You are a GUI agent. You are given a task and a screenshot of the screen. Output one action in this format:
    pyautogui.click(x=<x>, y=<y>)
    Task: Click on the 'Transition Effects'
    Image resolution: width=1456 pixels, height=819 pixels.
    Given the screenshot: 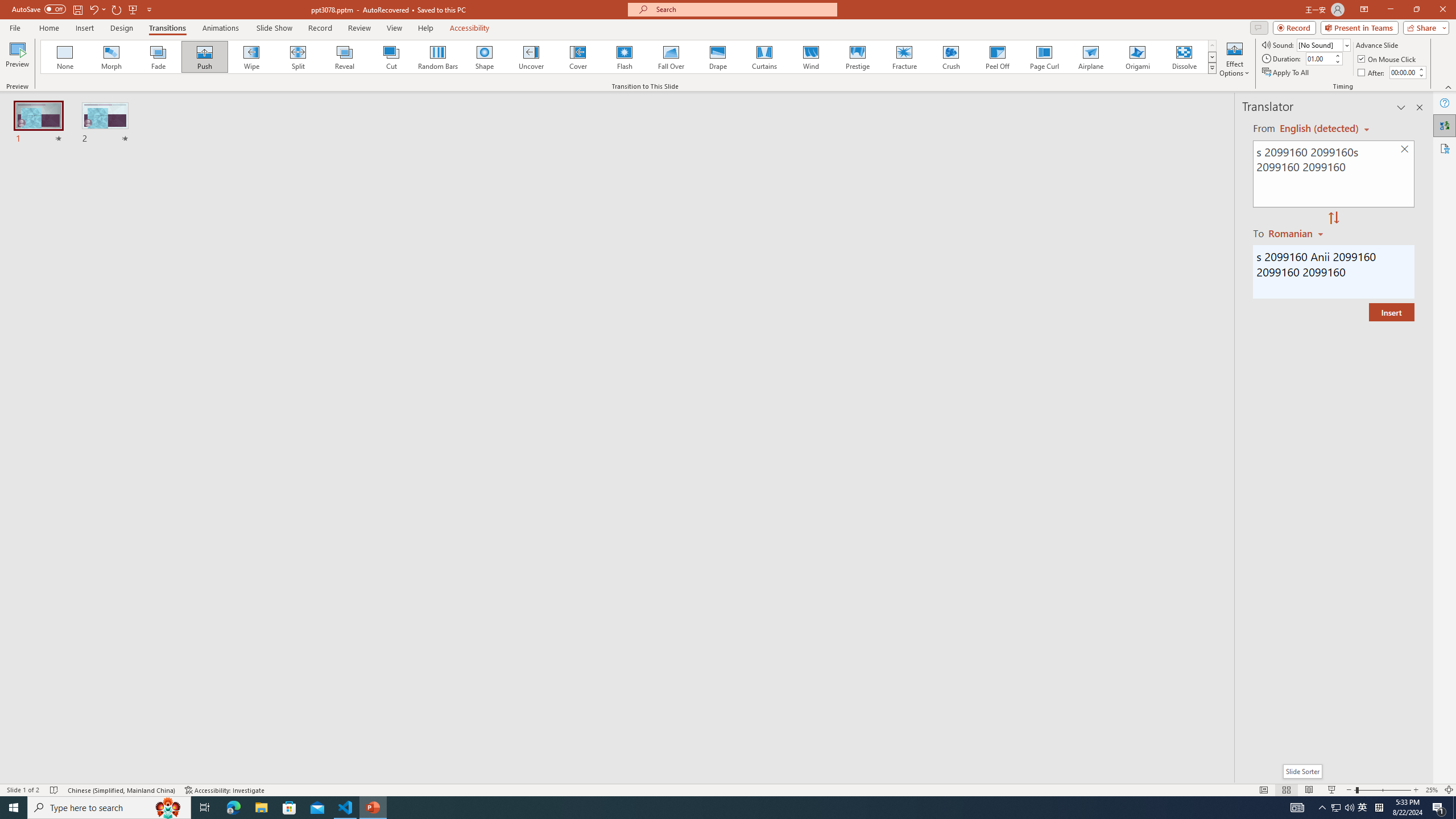 What is the action you would take?
    pyautogui.click(x=1212, y=67)
    